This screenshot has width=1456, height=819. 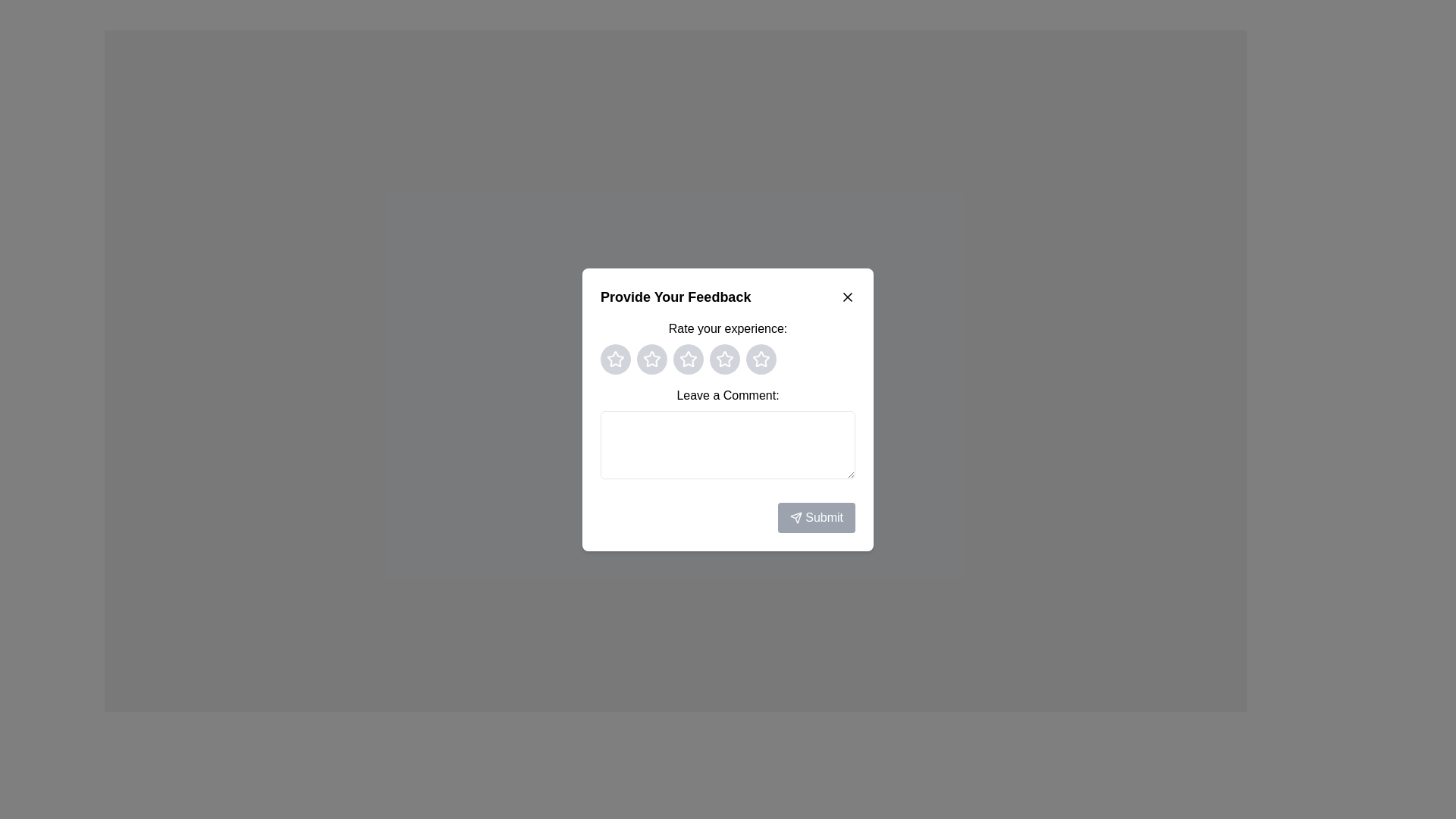 What do you see at coordinates (728, 346) in the screenshot?
I see `the star icon in the Rating component located centrally within the feedback modal beneath the title 'Provide Your Feedback'` at bounding box center [728, 346].